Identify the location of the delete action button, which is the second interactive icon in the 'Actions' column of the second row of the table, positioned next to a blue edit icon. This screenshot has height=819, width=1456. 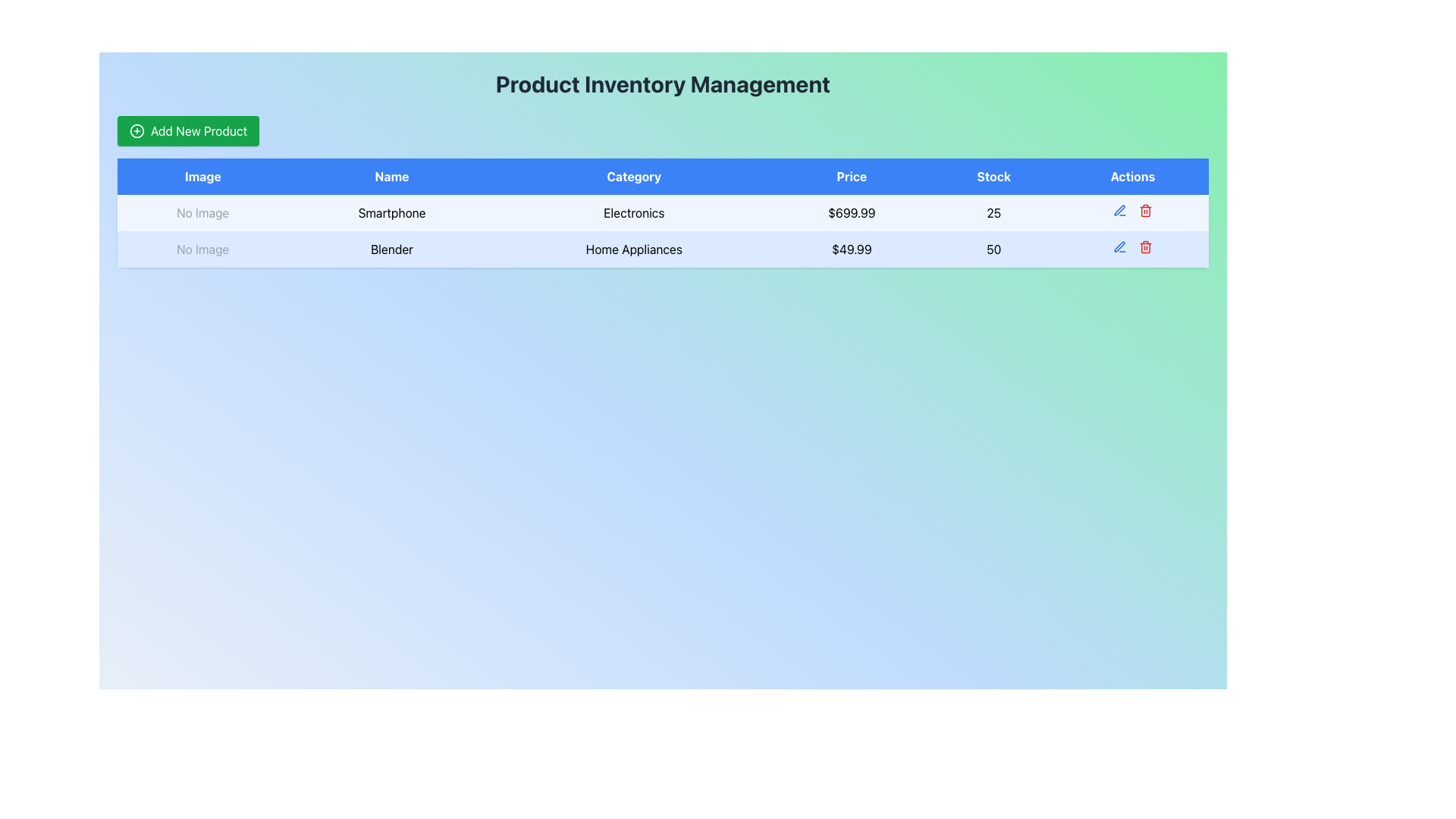
(1146, 246).